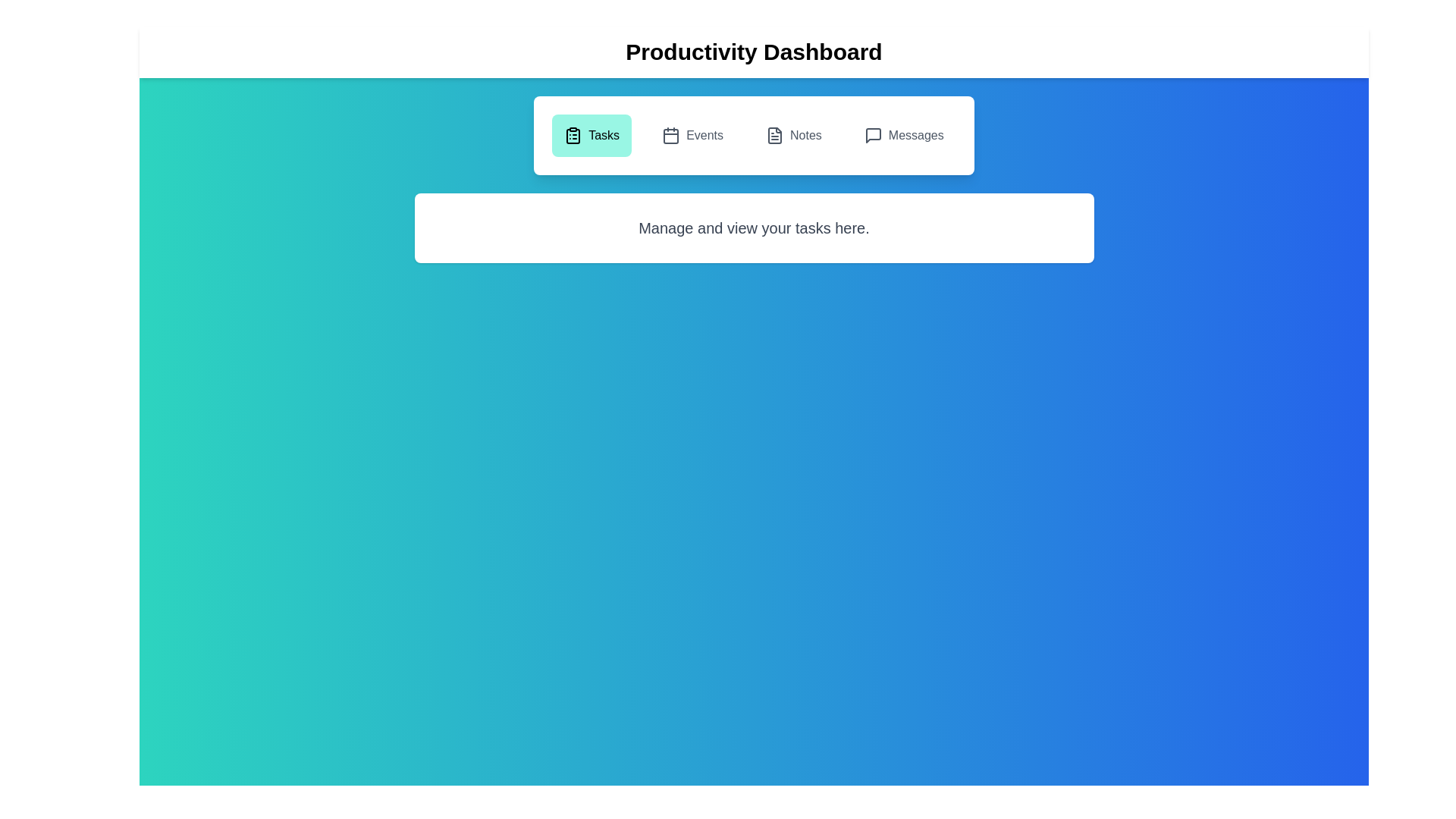  What do you see at coordinates (754, 52) in the screenshot?
I see `the header title to select it` at bounding box center [754, 52].